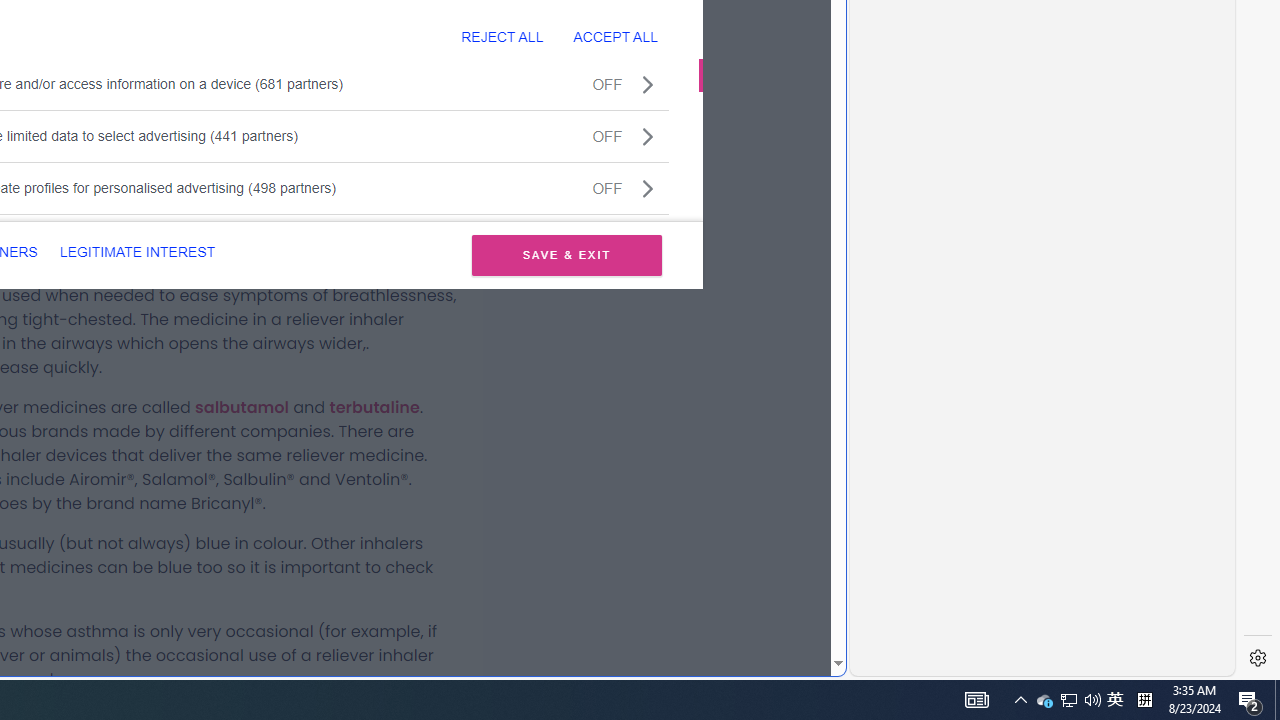  What do you see at coordinates (648, 187) in the screenshot?
I see `'Class: css-jswnc6'` at bounding box center [648, 187].